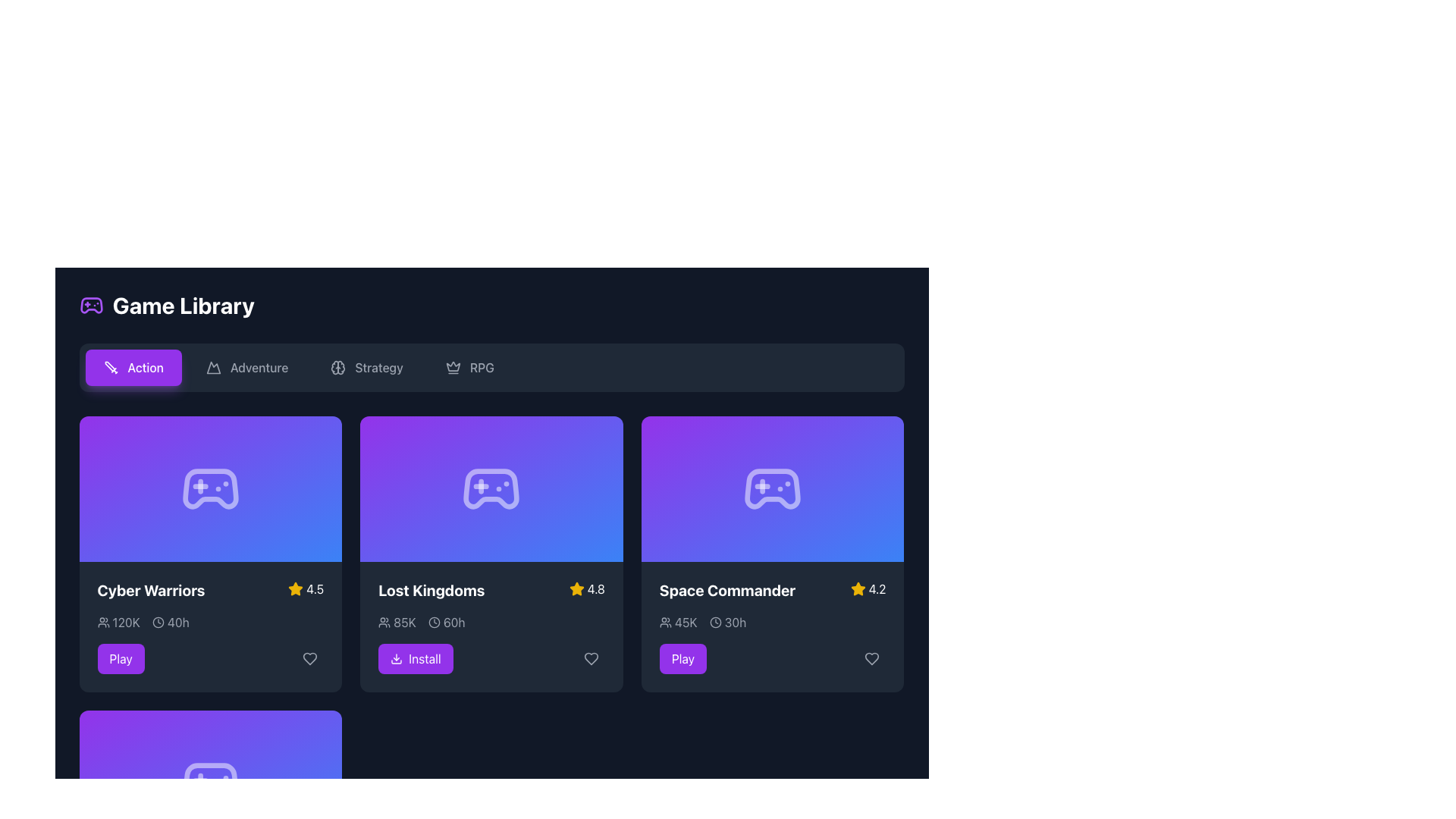  Describe the element at coordinates (481, 368) in the screenshot. I see `the Text label representing the RPG category, which is the last item in the category selector bar at the top of the interface` at that location.